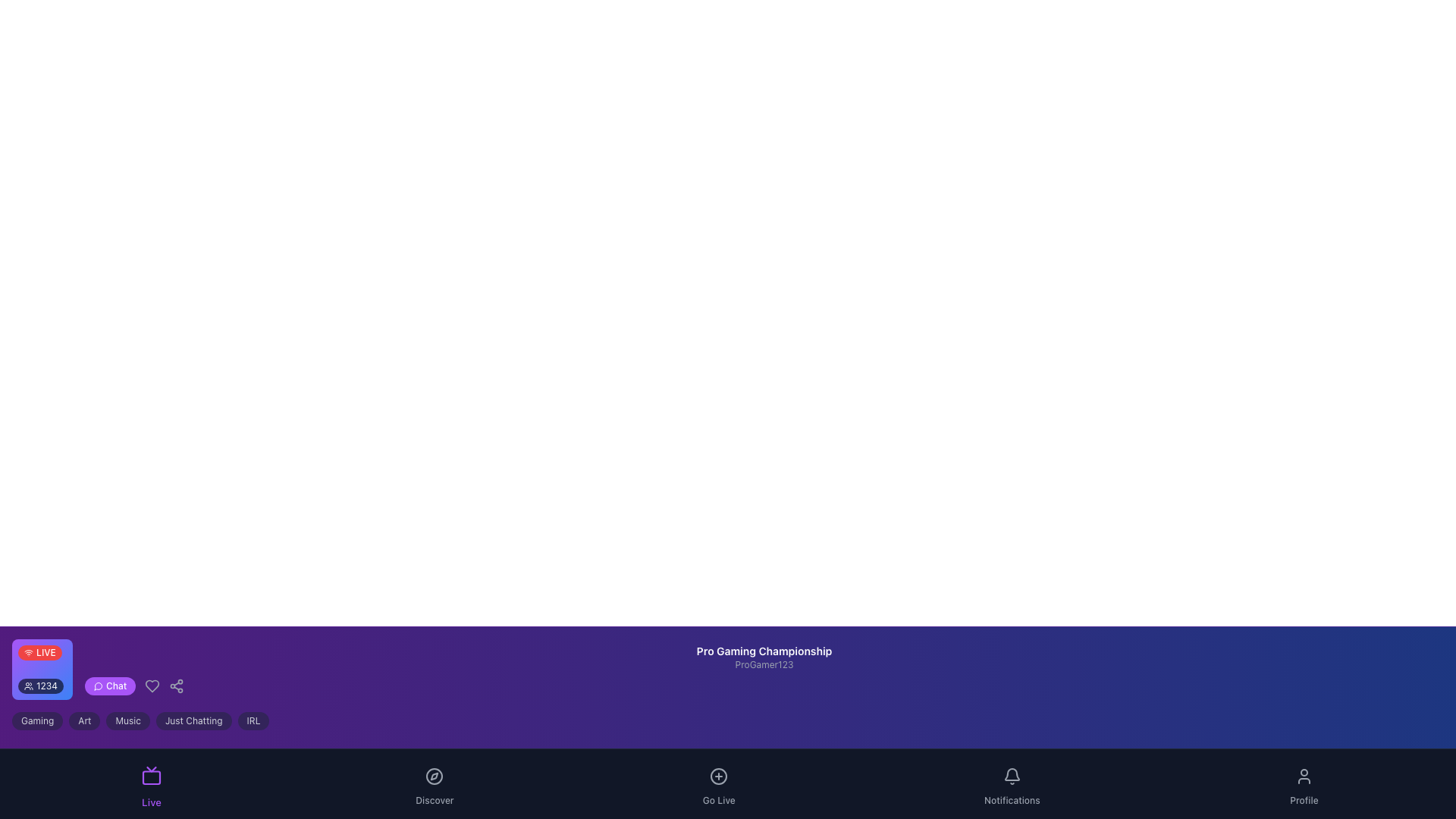  What do you see at coordinates (193, 720) in the screenshot?
I see `the 'Just Chatting' button, which is a rounded rectangular button with a dark gray background and light gray text, located in the bottom menu just above the navigation bar` at bounding box center [193, 720].